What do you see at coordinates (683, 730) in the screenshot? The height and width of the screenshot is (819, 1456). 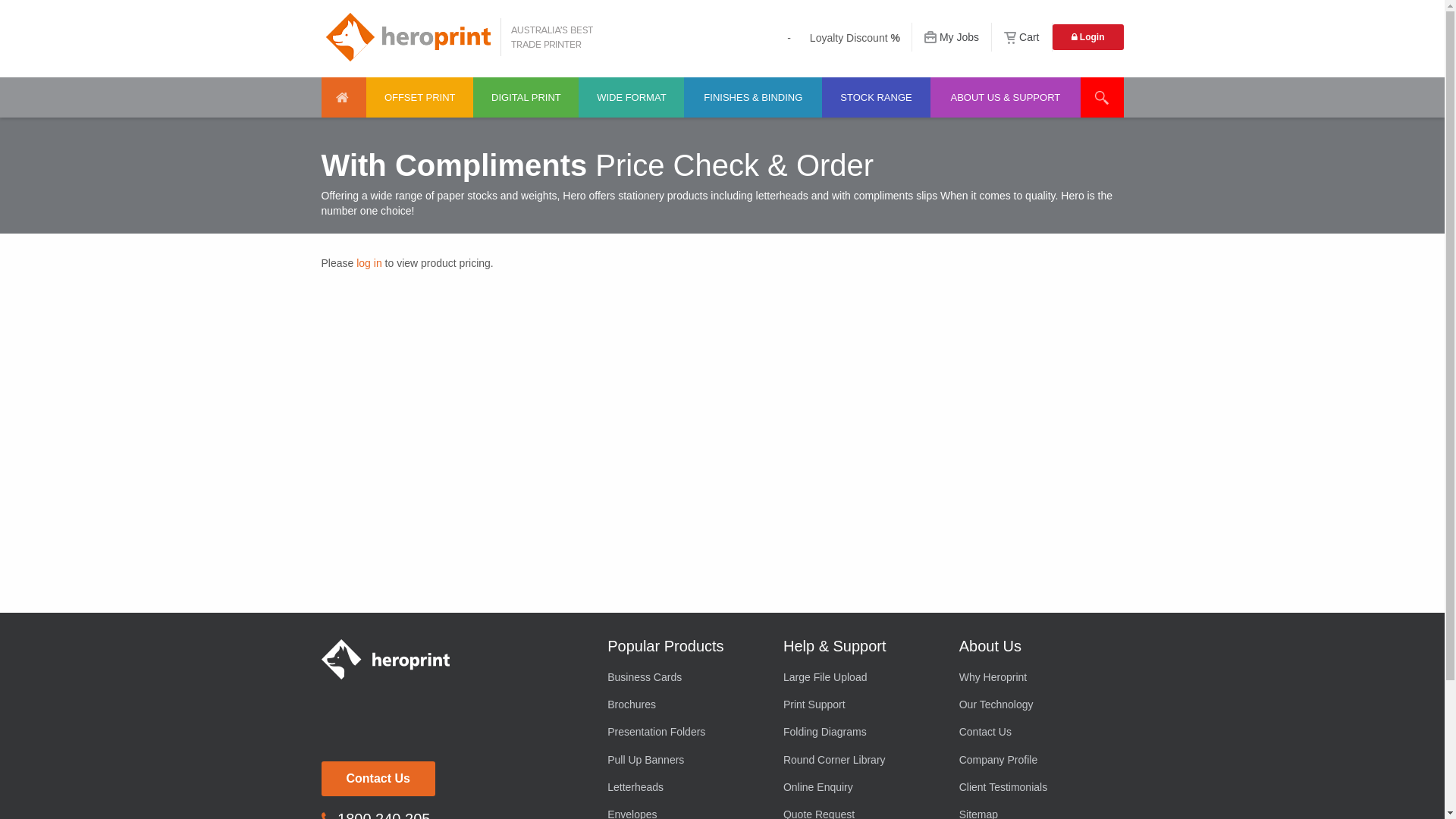 I see `'Presentation Folders'` at bounding box center [683, 730].